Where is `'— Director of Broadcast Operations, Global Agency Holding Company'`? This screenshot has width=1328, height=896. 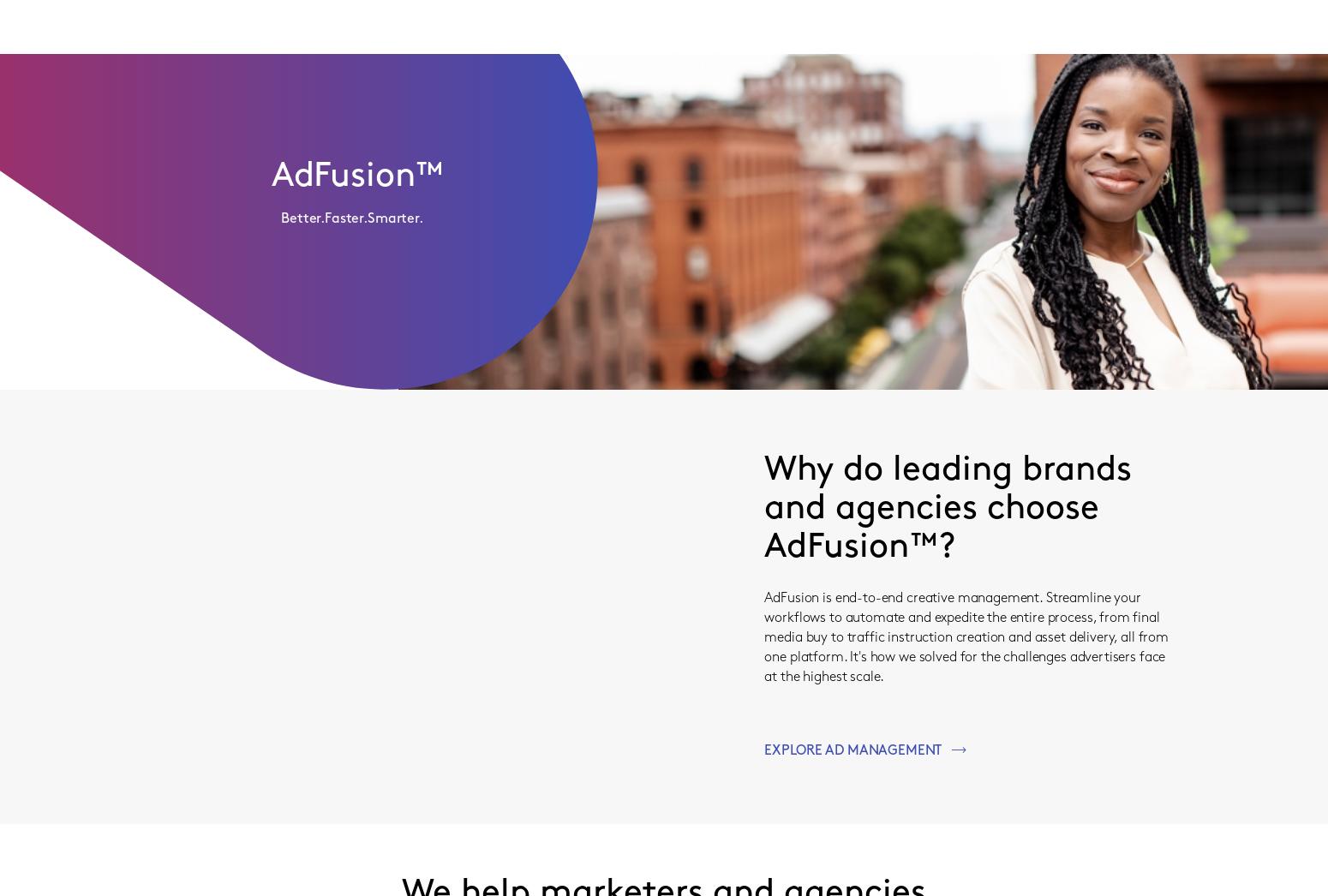
'— Director of Broadcast Operations, Global Agency Holding Company' is located at coordinates (614, 118).